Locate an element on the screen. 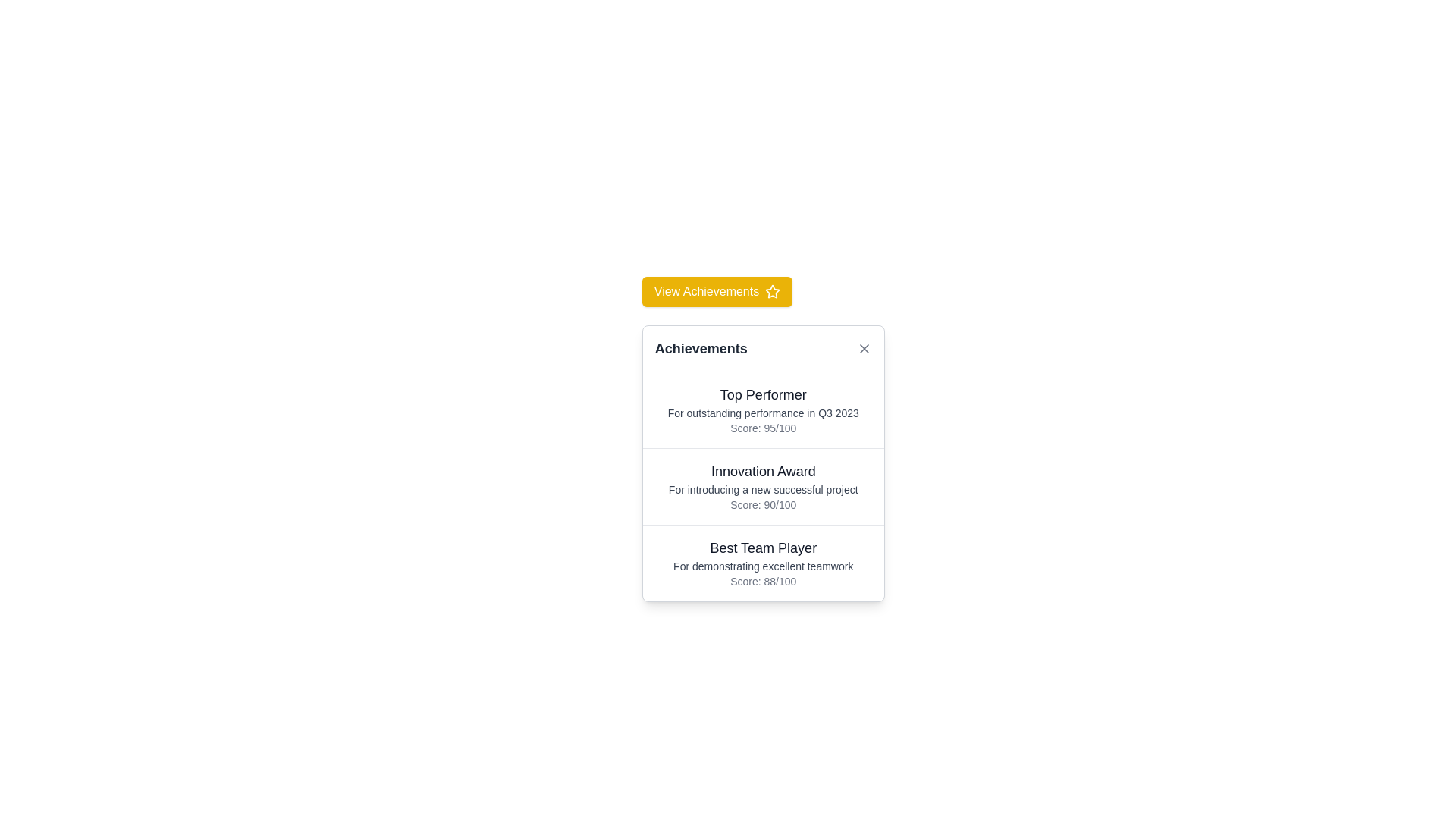 The width and height of the screenshot is (1456, 819). the golden yellow star-shaped icon located to the right of the 'View Achievements' button in the upper section of the interface is located at coordinates (773, 291).